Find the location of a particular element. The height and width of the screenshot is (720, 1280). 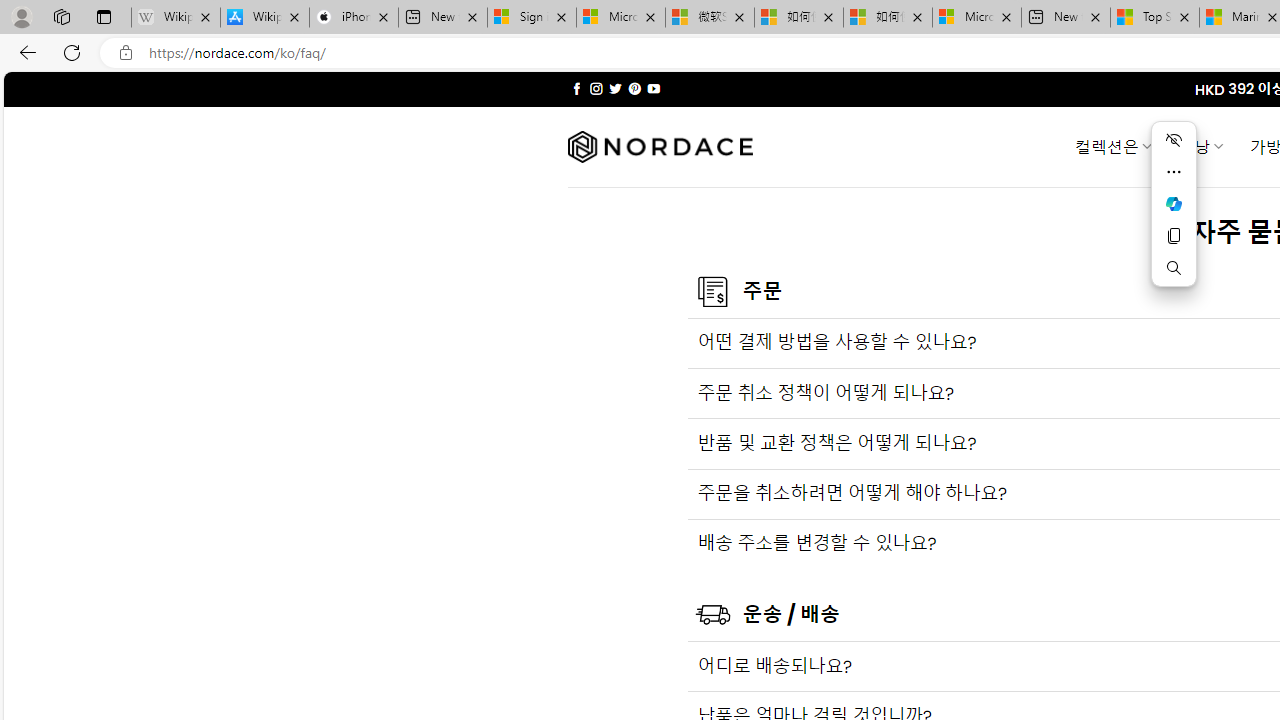

'iPhone - Apple' is located at coordinates (353, 17).